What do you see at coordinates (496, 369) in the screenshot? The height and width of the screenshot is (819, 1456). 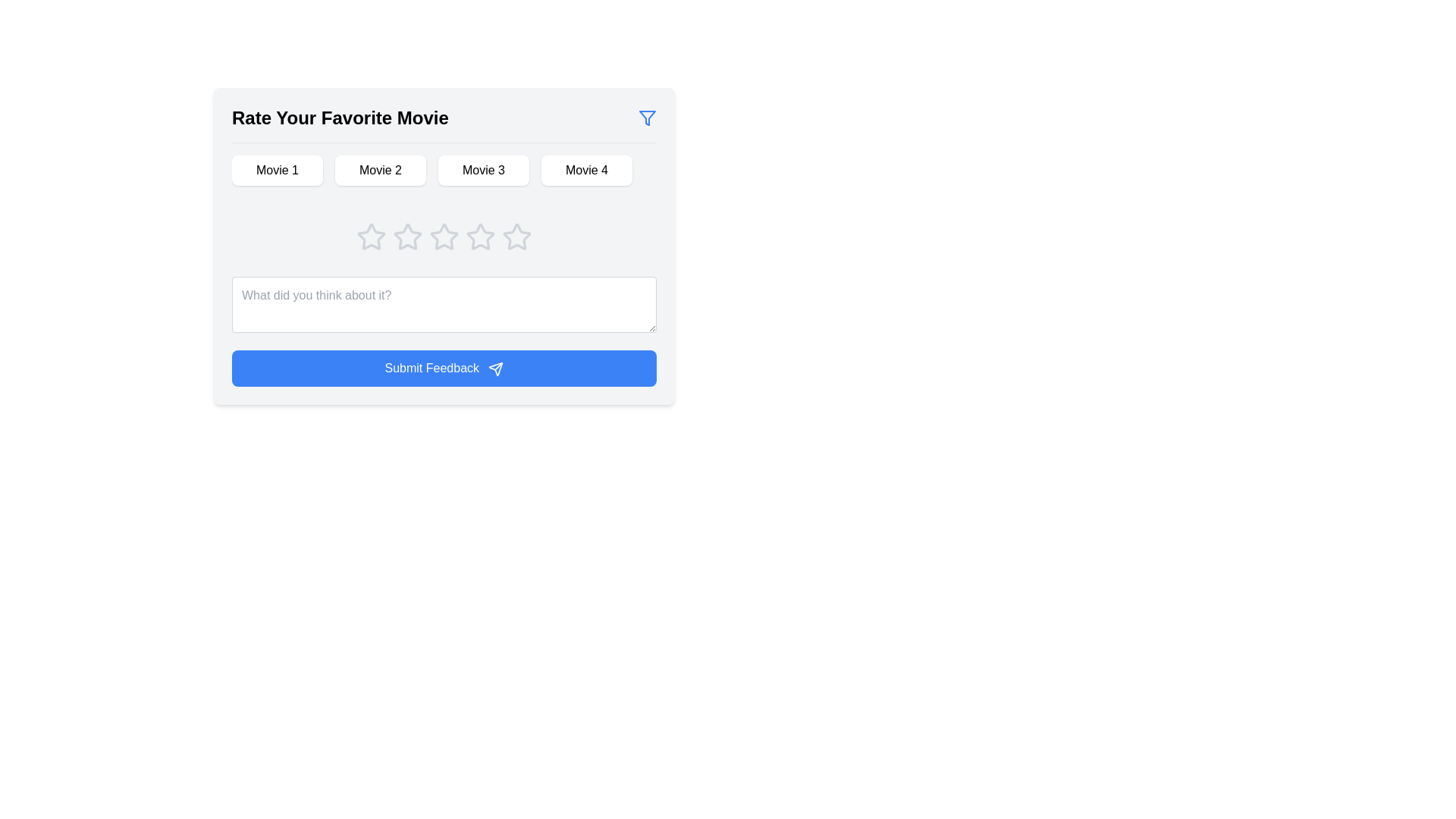 I see `the Send symbol icon, which resembles a paper airplane with a white stroke on a blue background, located at the far right end of the 'Submit Feedback' button` at bounding box center [496, 369].